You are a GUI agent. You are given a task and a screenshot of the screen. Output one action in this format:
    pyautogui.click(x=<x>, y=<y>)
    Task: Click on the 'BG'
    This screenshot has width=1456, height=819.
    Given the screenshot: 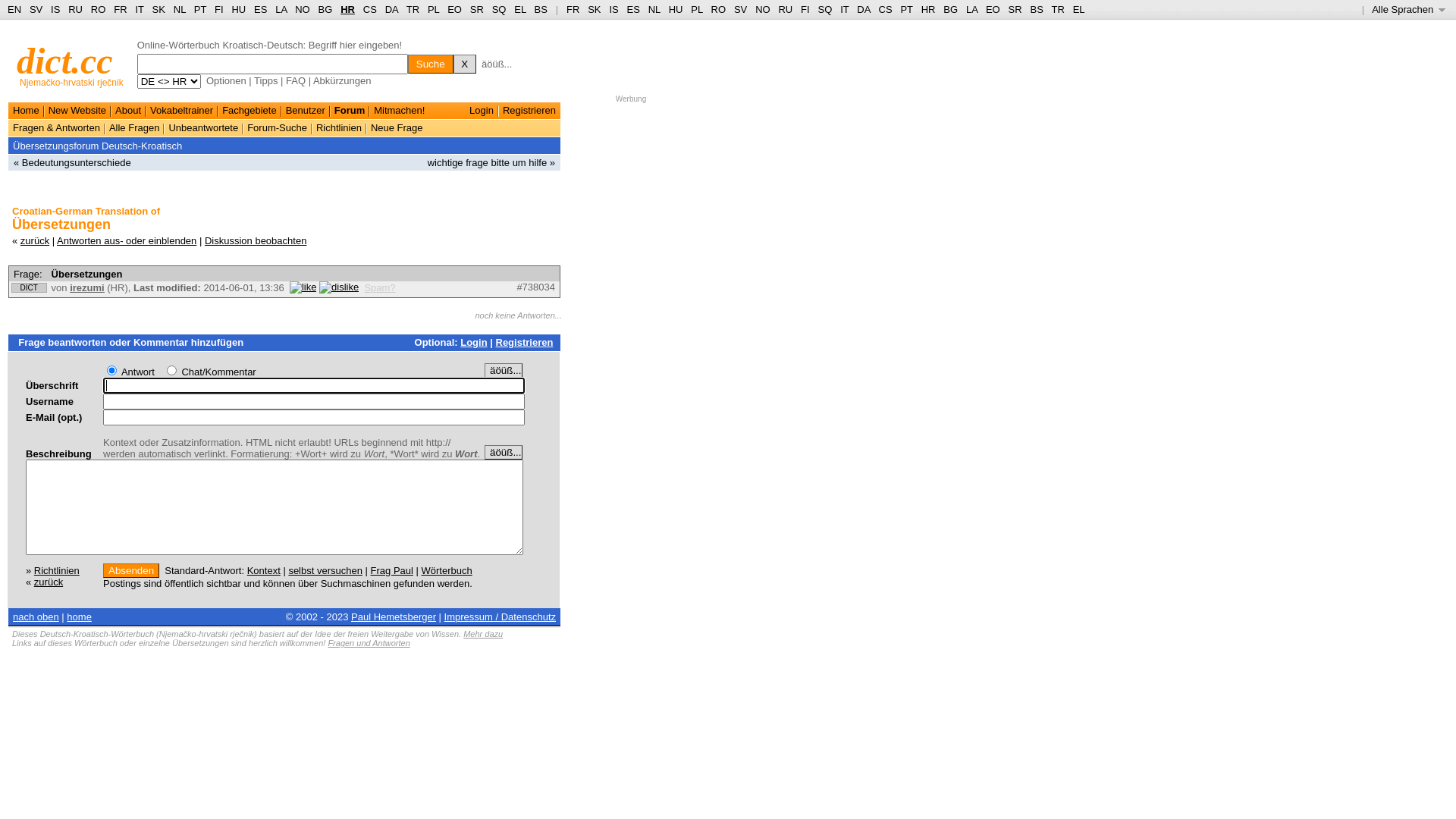 What is the action you would take?
    pyautogui.click(x=325, y=9)
    